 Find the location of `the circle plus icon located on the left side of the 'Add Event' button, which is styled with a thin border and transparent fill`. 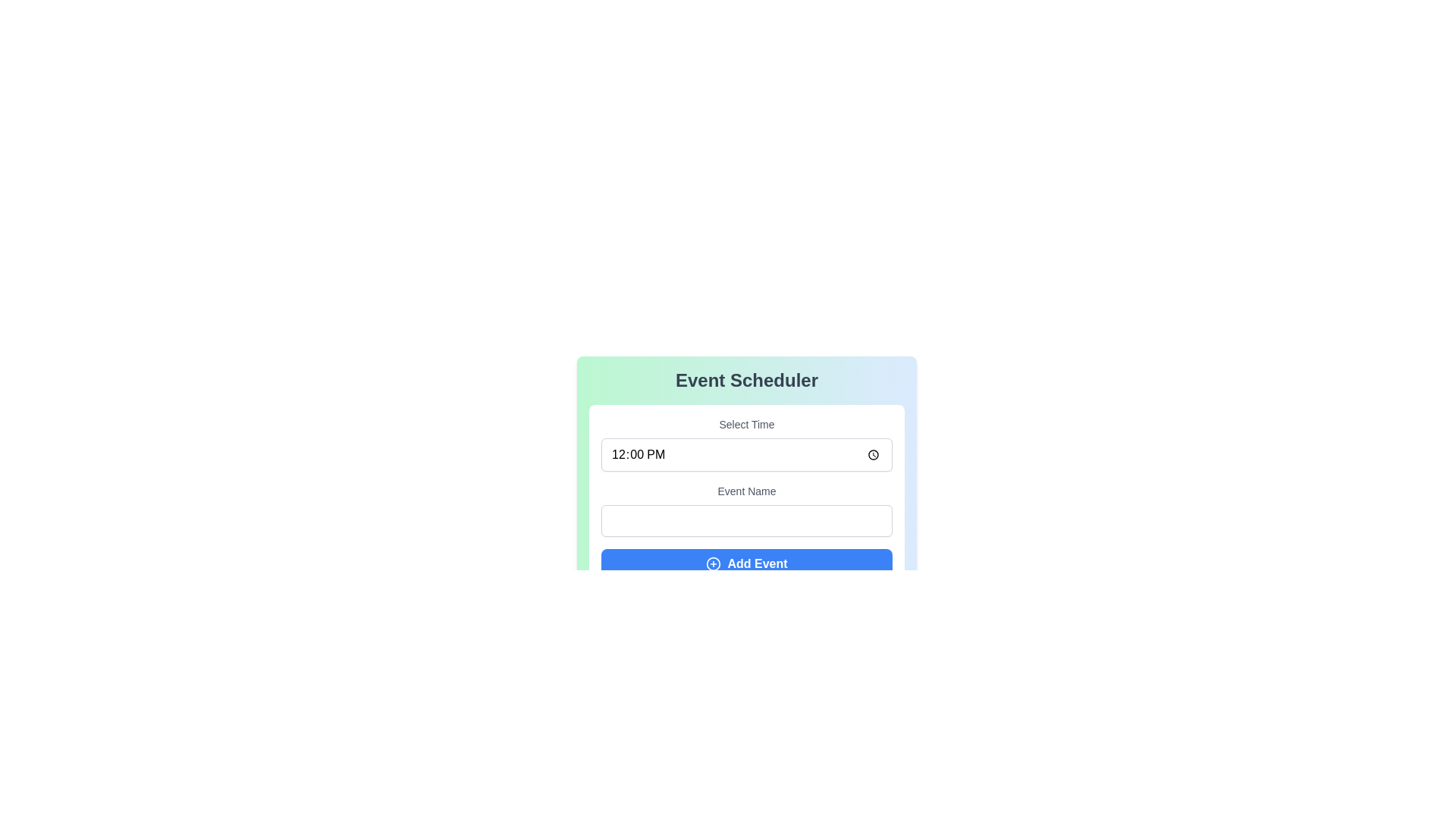

the circle plus icon located on the left side of the 'Add Event' button, which is styled with a thin border and transparent fill is located at coordinates (713, 564).